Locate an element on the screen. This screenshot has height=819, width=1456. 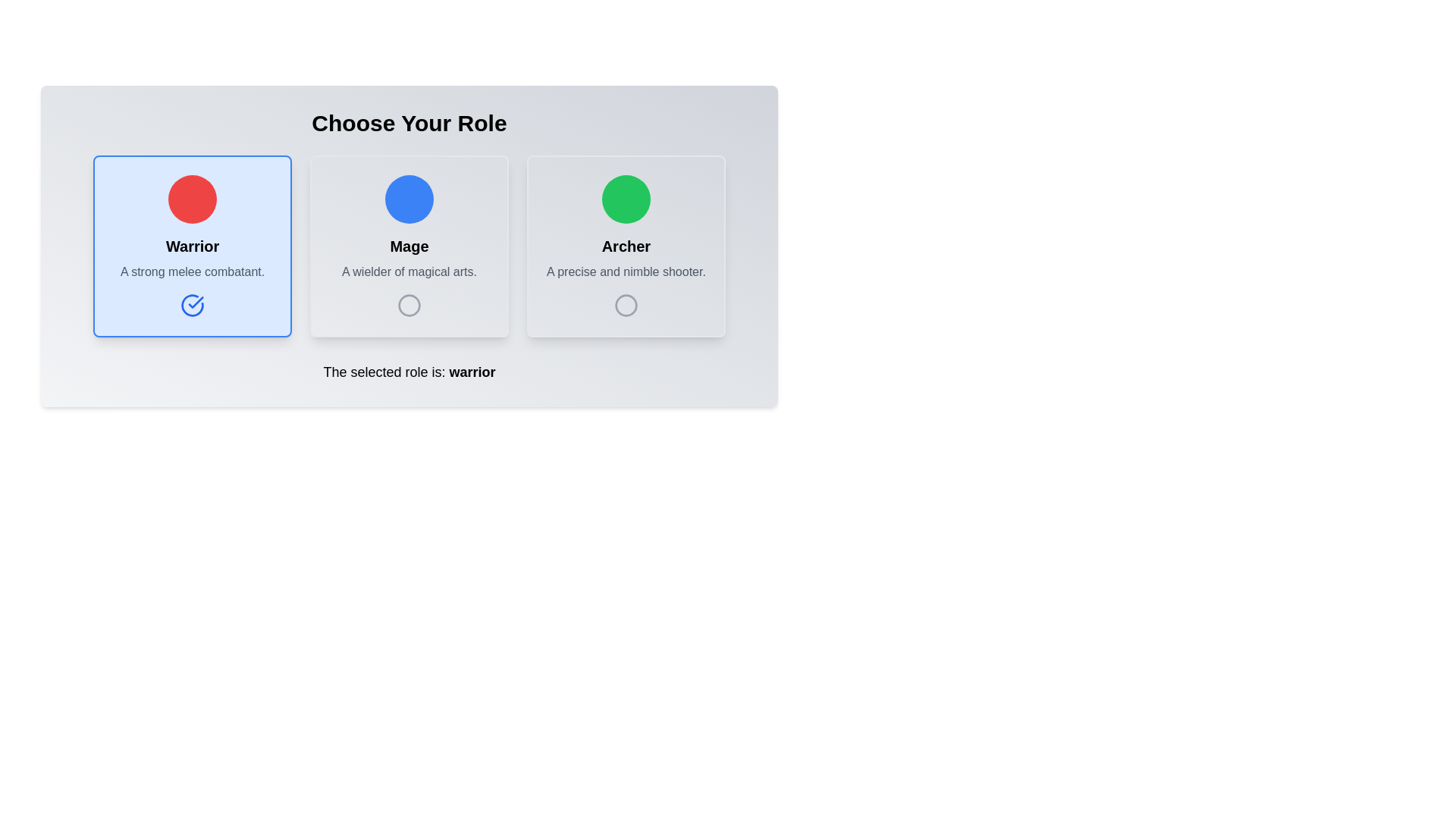
on the 'Warrior' selectable tile, which is a blue box with rounded corners, featuring a red circular avatar, the title 'Warrior' in bold, and a checkmark icon at the bottom is located at coordinates (192, 245).